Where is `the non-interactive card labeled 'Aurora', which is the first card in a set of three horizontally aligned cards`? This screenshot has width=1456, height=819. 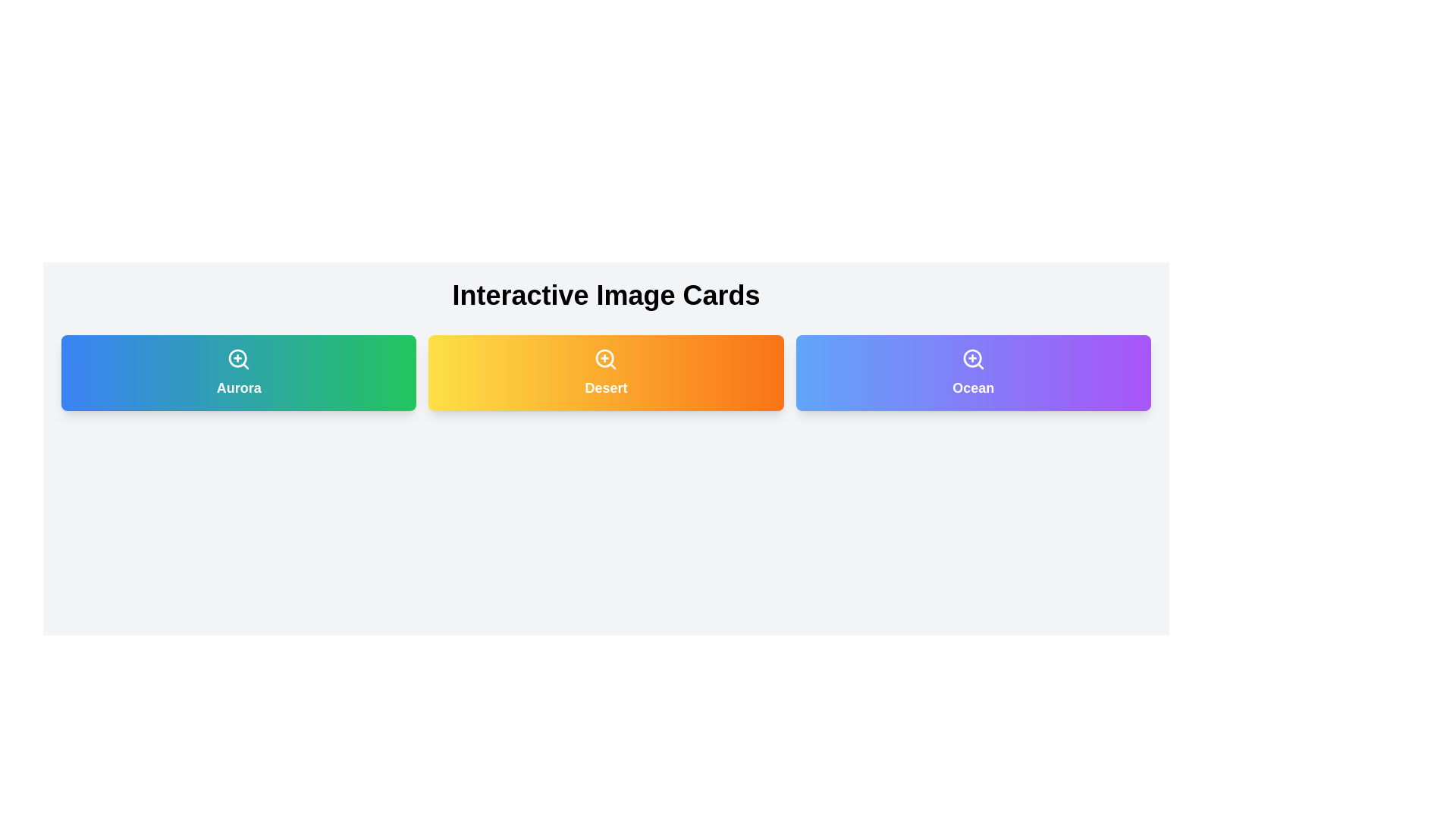 the non-interactive card labeled 'Aurora', which is the first card in a set of three horizontally aligned cards is located at coordinates (238, 373).